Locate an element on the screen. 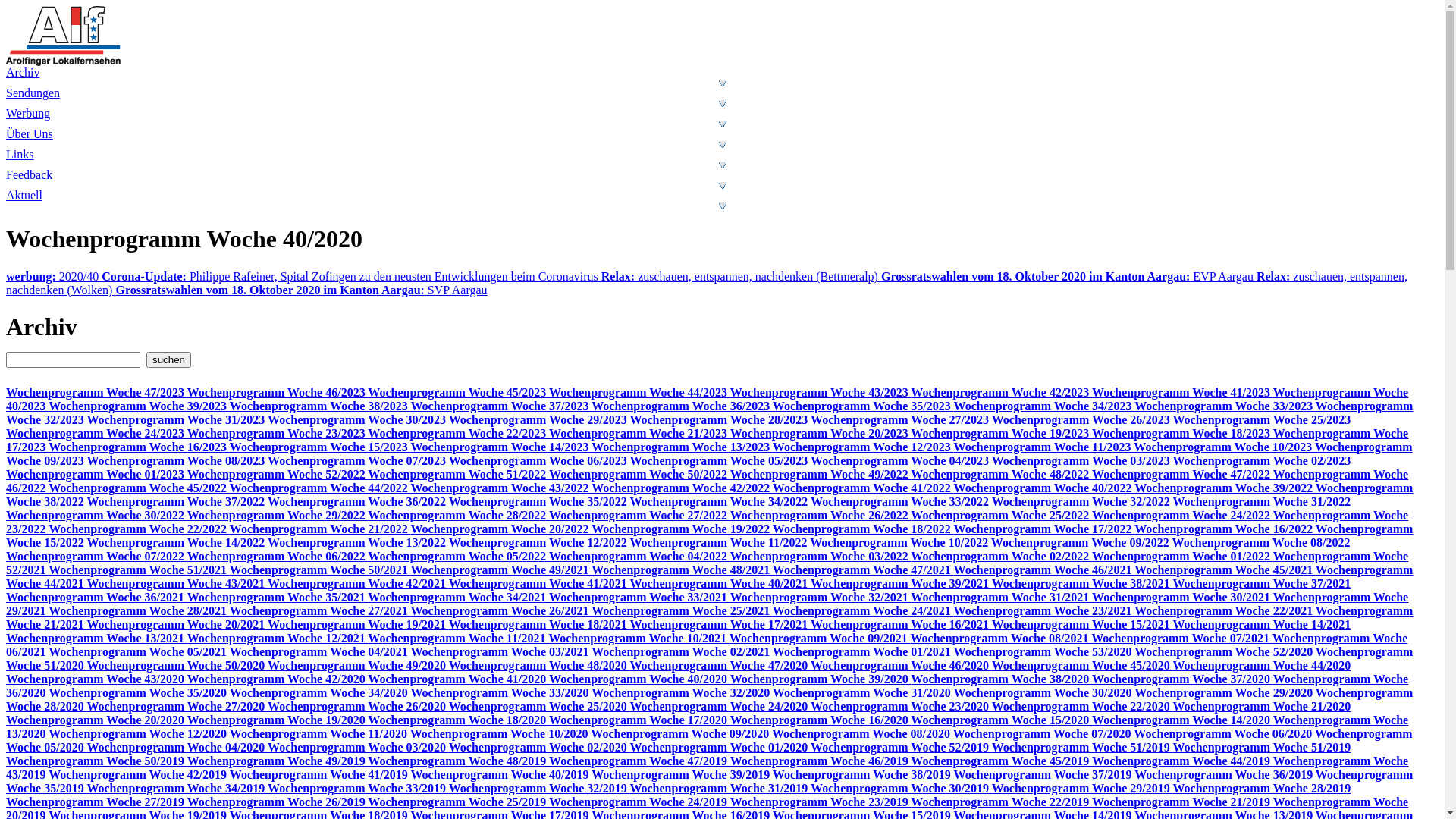  'Wochenprogramm Woche 36/2023' is located at coordinates (681, 405).